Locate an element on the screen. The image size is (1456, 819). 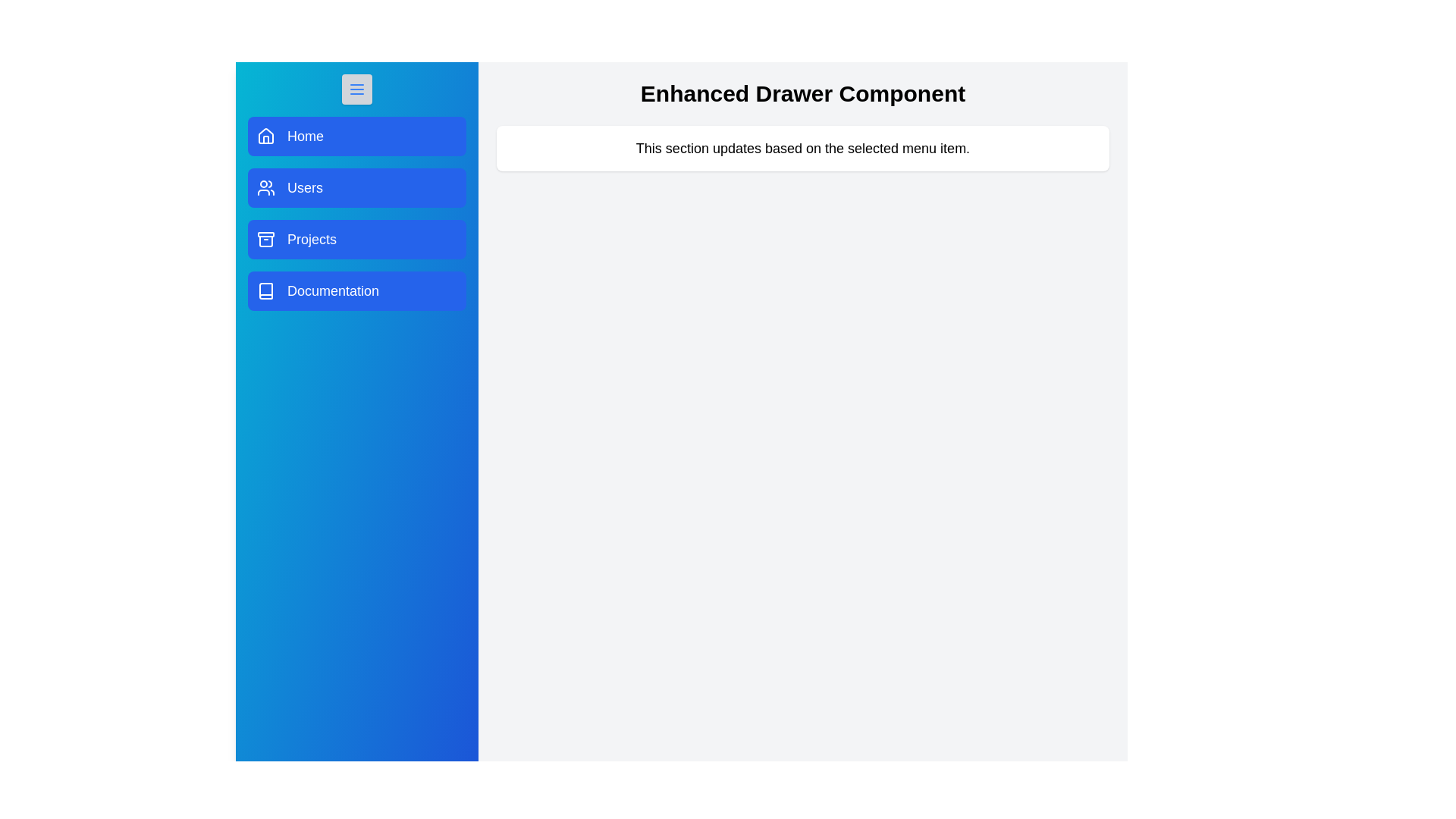
toggle button to toggle the drawer visibility is located at coordinates (356, 89).